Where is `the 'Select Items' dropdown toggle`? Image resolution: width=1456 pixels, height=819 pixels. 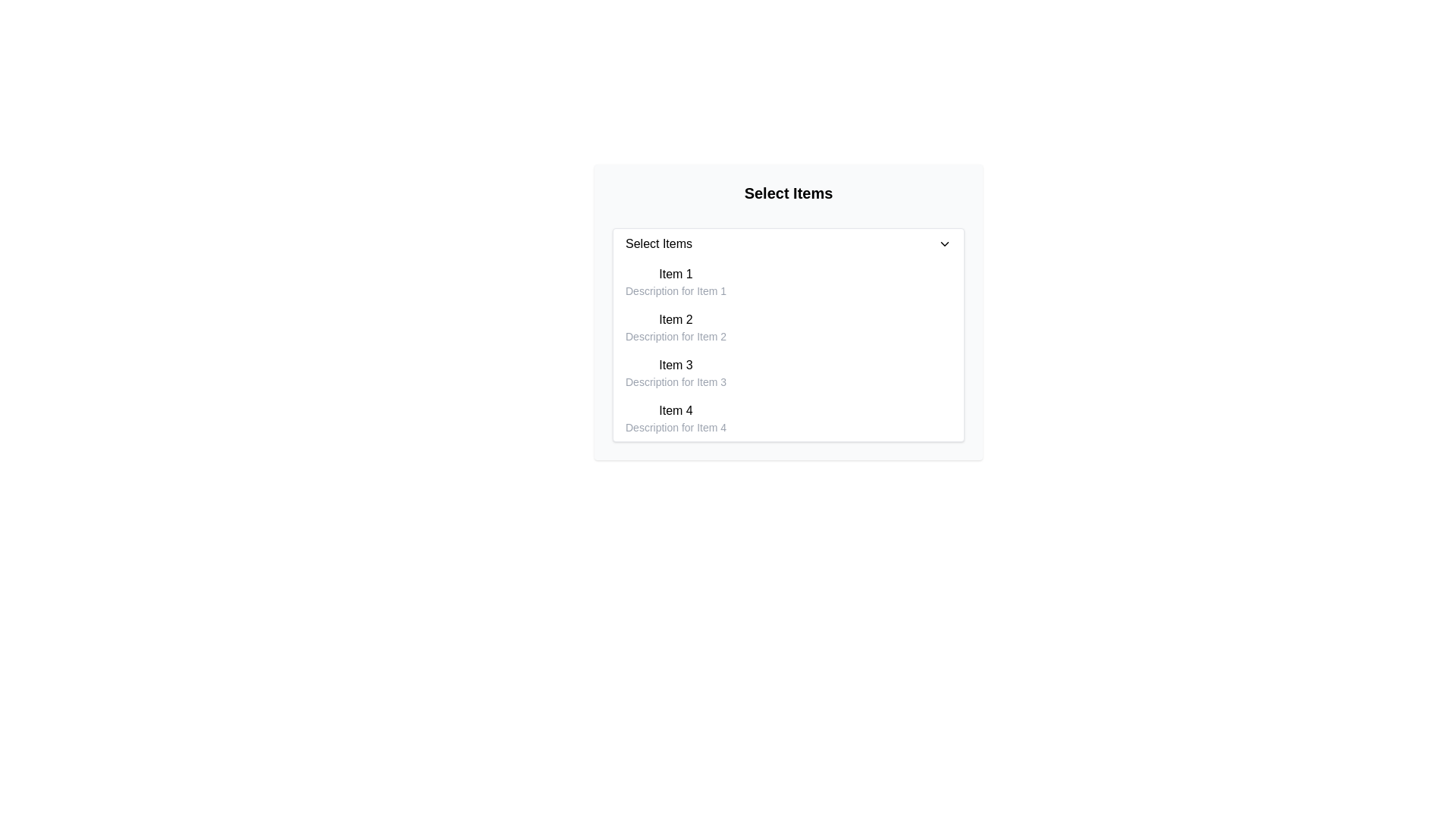 the 'Select Items' dropdown toggle is located at coordinates (789, 243).